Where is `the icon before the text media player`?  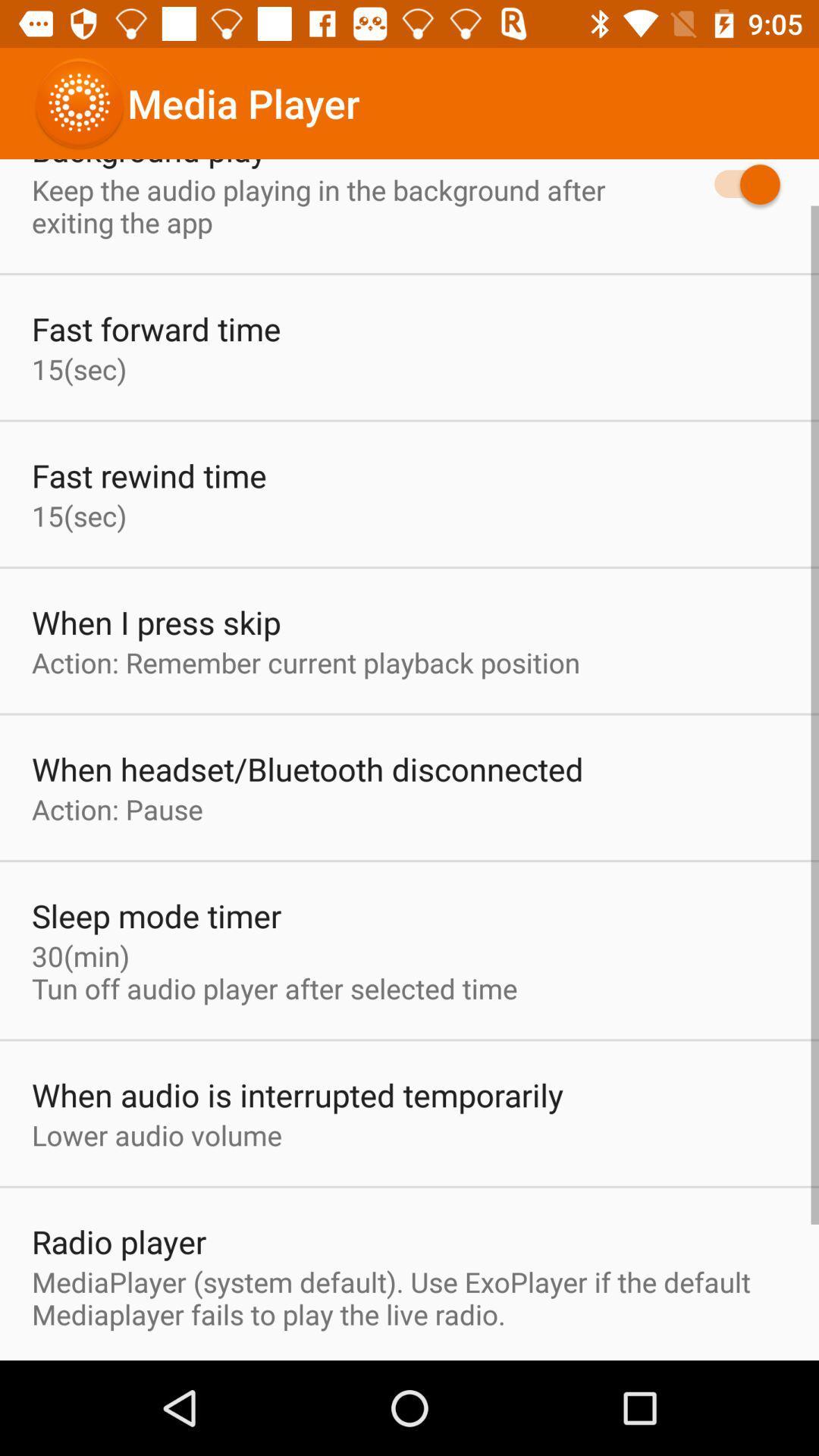 the icon before the text media player is located at coordinates (79, 103).